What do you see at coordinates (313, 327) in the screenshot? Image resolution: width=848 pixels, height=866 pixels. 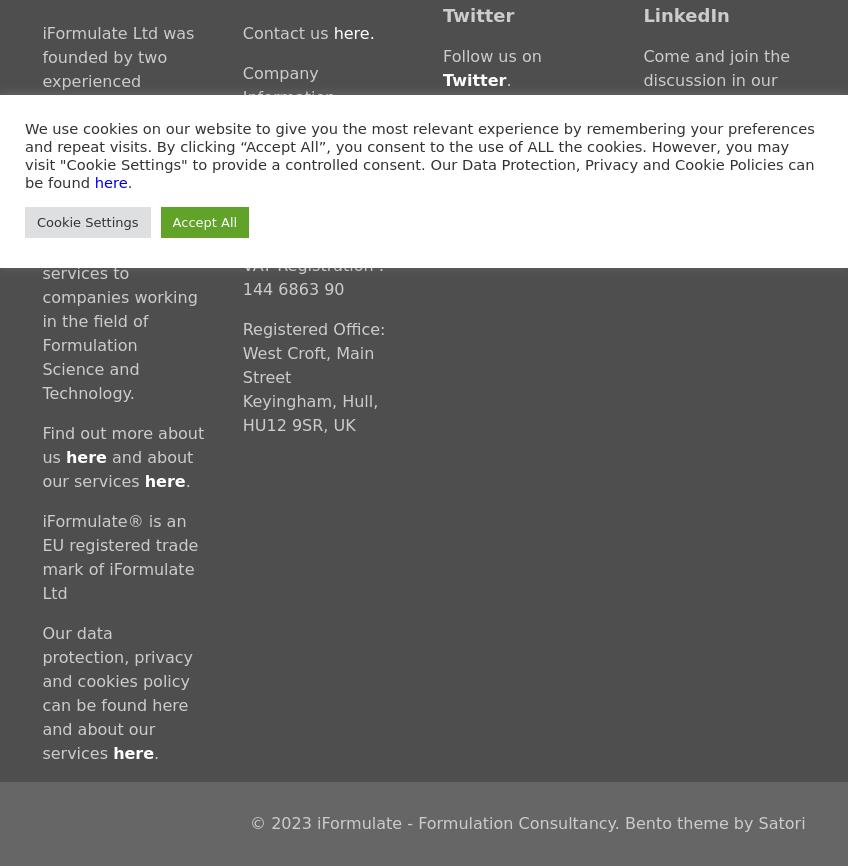 I see `'Registered Office:'` at bounding box center [313, 327].